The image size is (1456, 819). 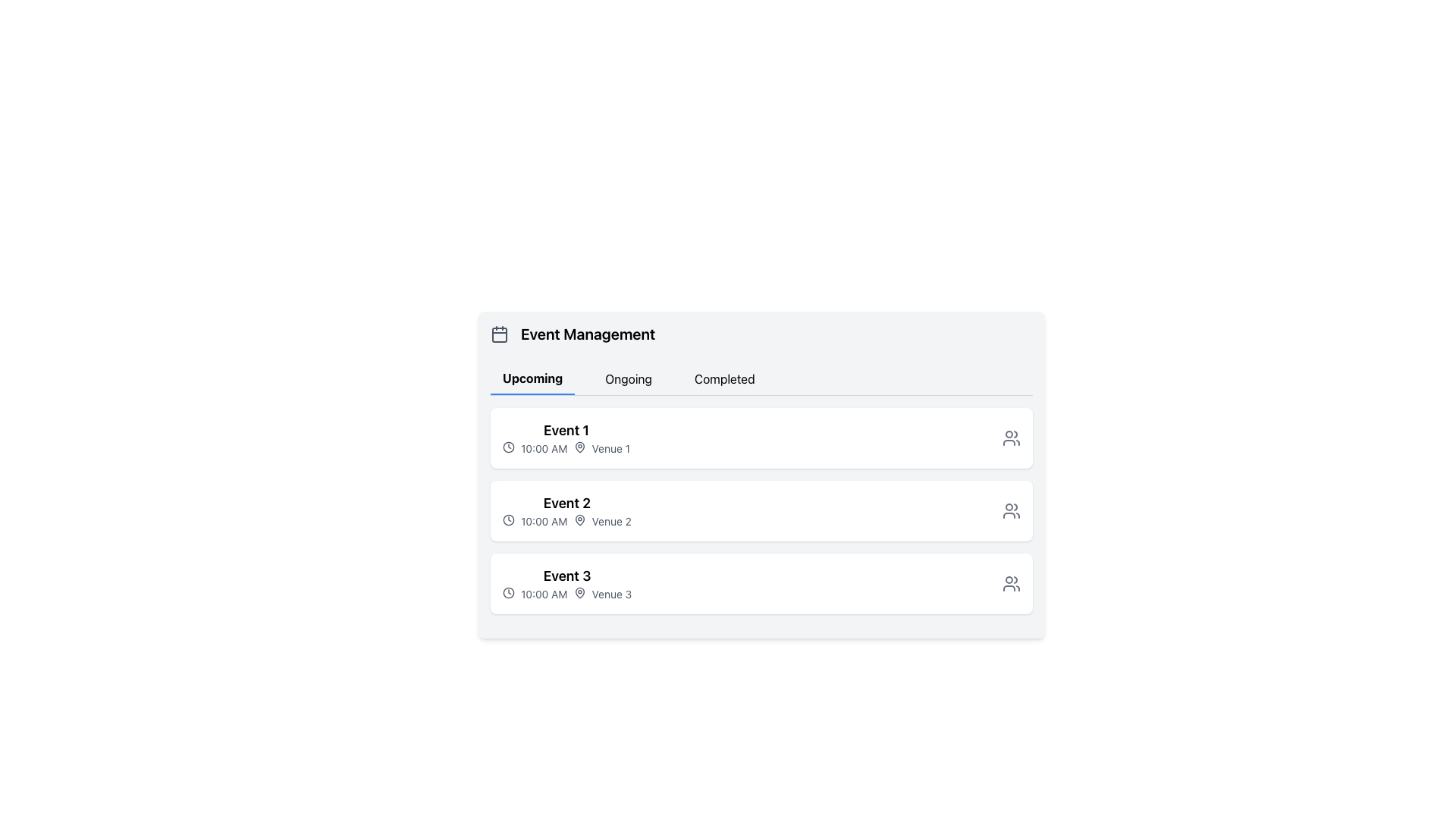 I want to click on the text and icon combination displaying '10:00 AM Venue 3' in the third event card under 'Event 3', so click(x=566, y=593).